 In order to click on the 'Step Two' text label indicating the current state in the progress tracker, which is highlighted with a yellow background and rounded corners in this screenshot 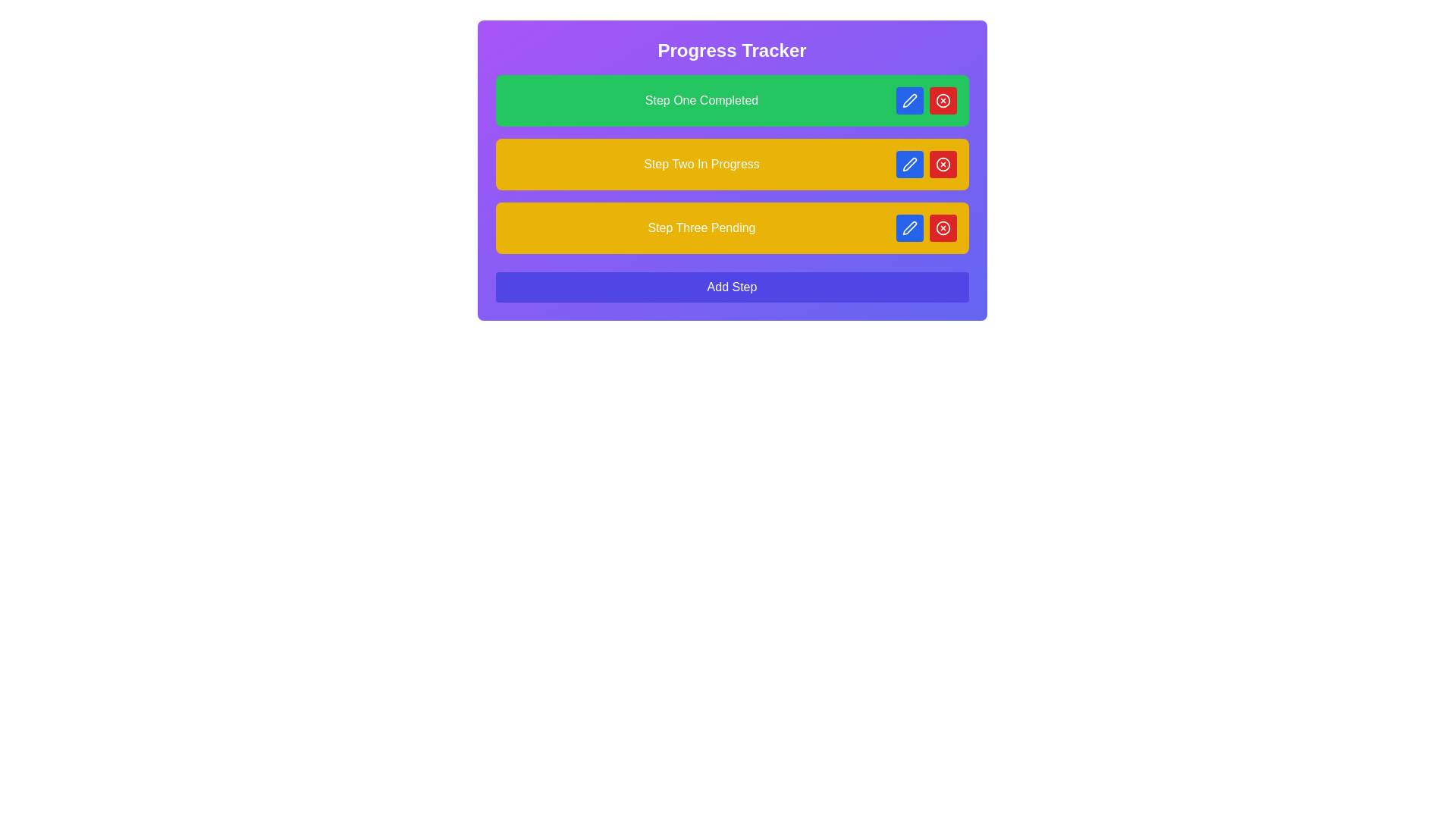, I will do `click(701, 164)`.